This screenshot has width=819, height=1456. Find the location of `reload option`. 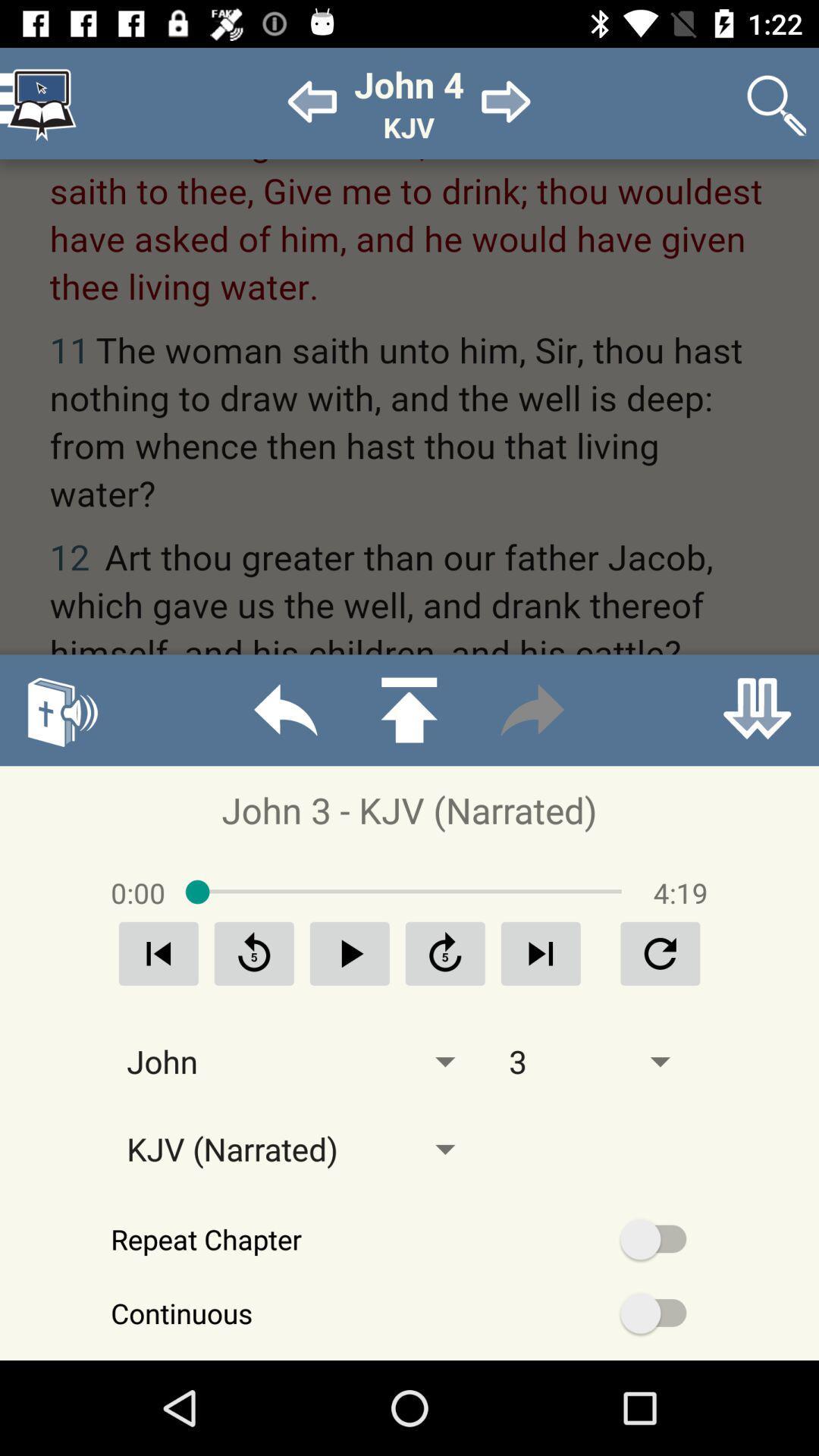

reload option is located at coordinates (253, 952).